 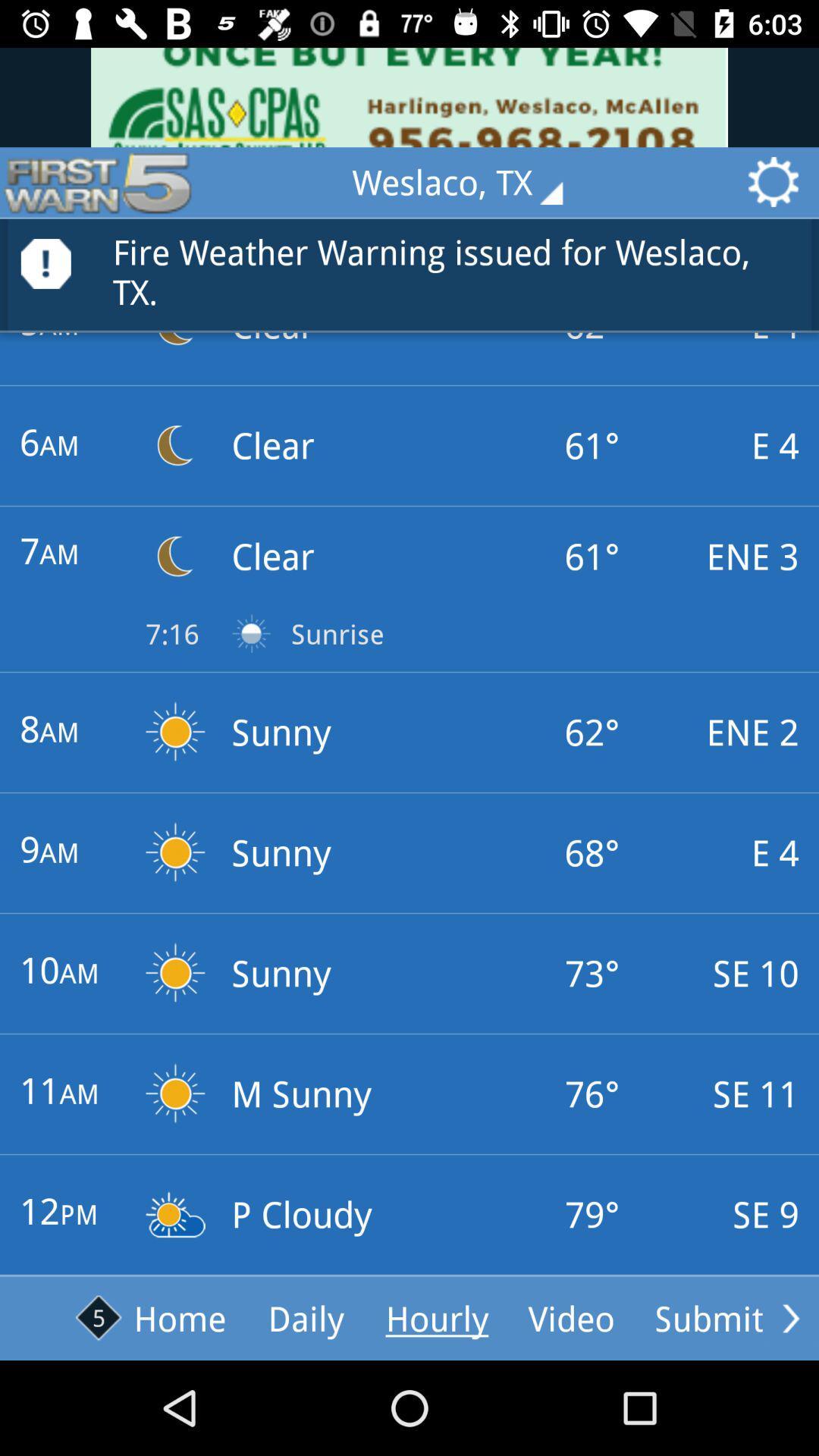 I want to click on the arrow_forward icon, so click(x=790, y=1317).